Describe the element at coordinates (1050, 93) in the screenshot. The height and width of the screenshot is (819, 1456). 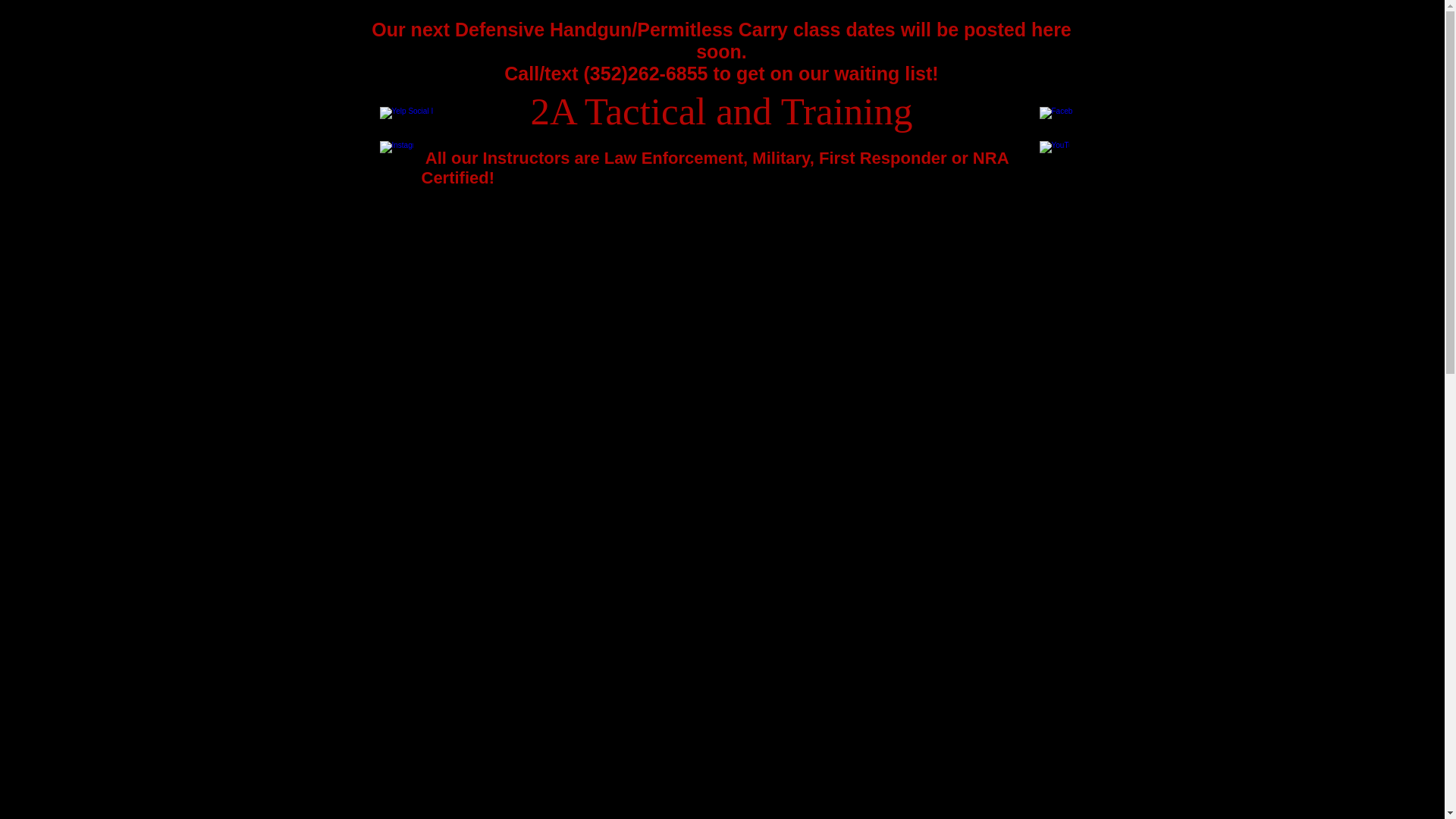
I see `'Facebook Like'` at that location.